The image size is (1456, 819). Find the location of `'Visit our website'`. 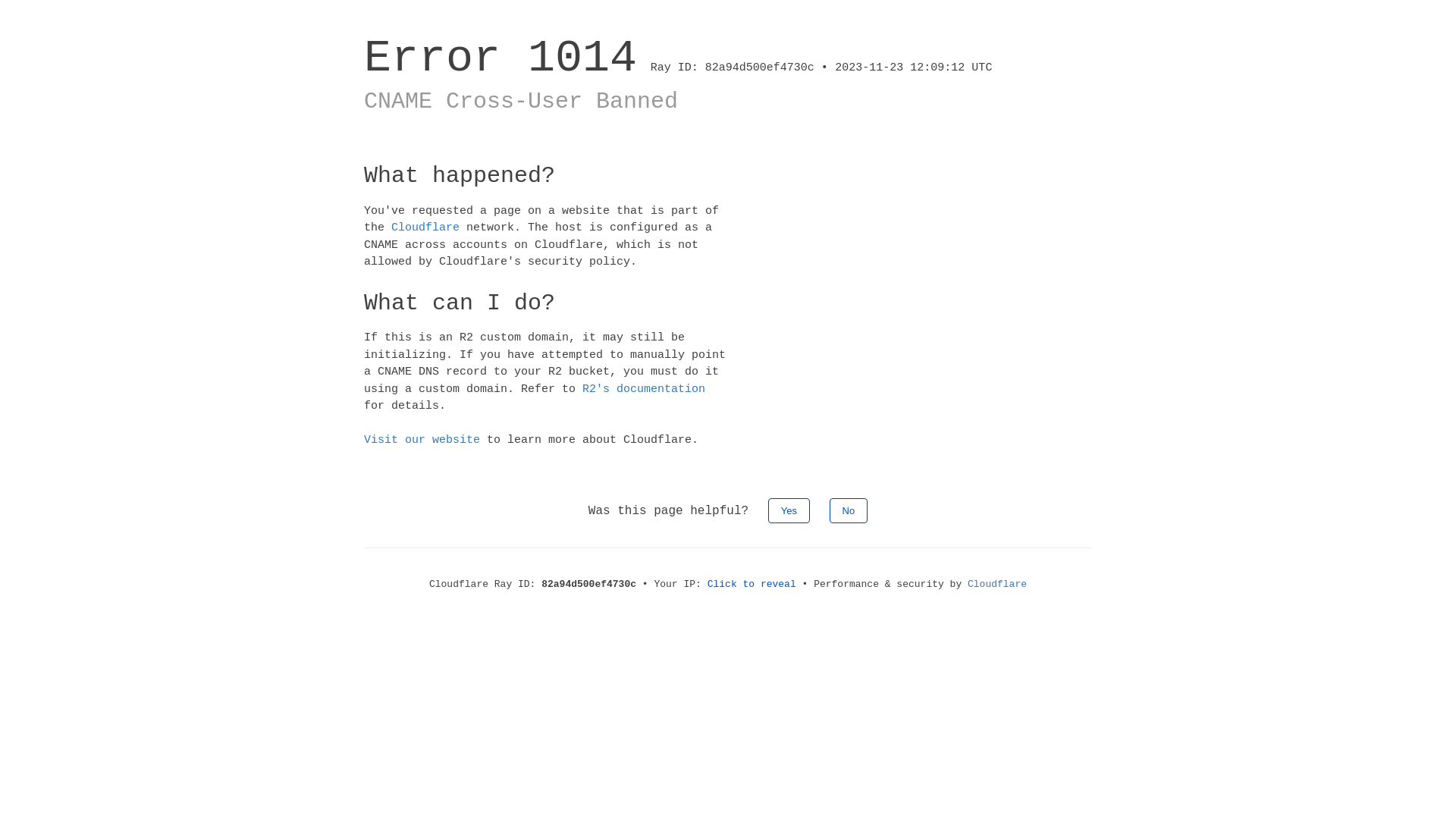

'Visit our website' is located at coordinates (422, 440).